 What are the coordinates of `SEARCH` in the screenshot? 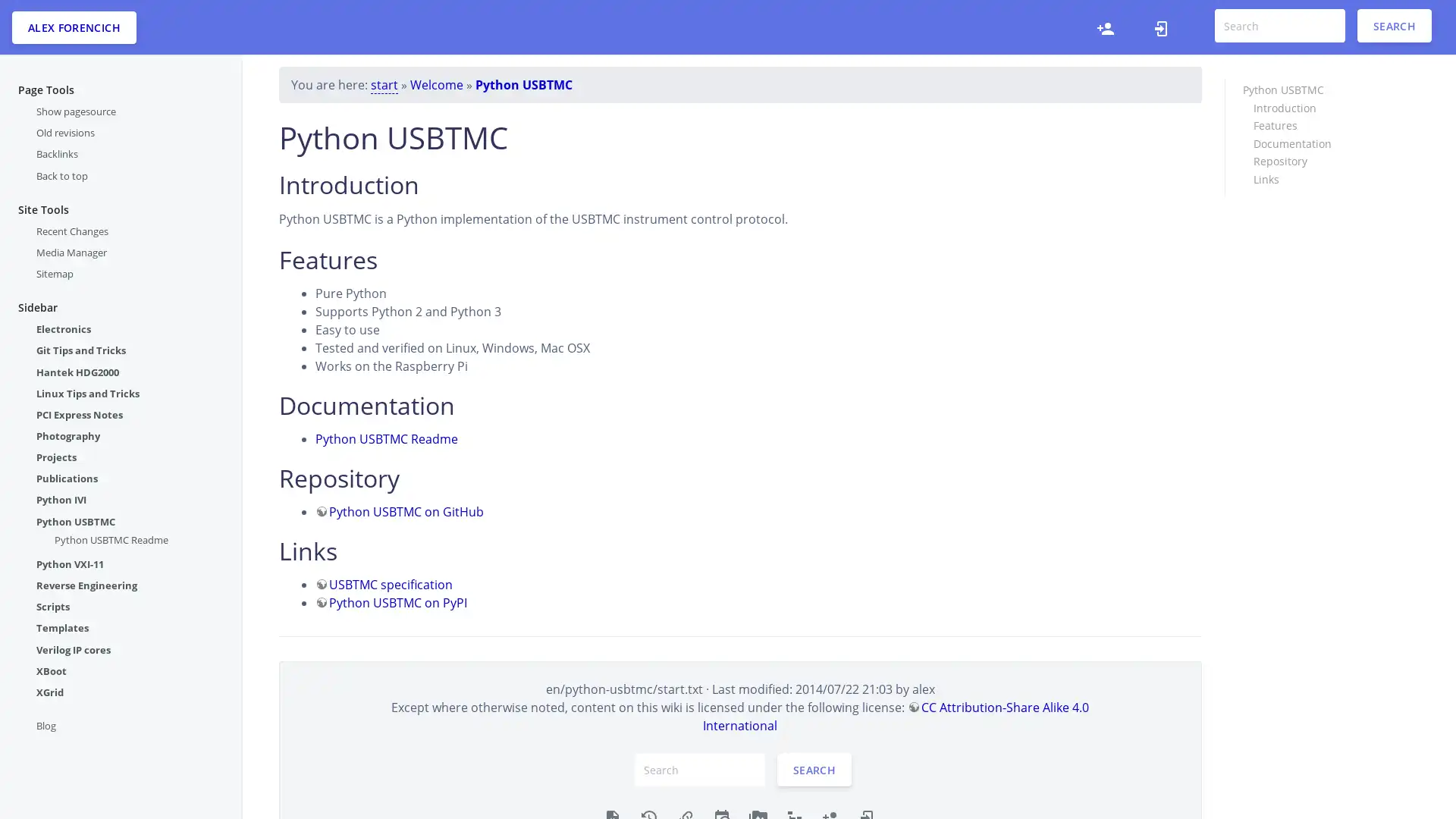 It's located at (1394, 26).